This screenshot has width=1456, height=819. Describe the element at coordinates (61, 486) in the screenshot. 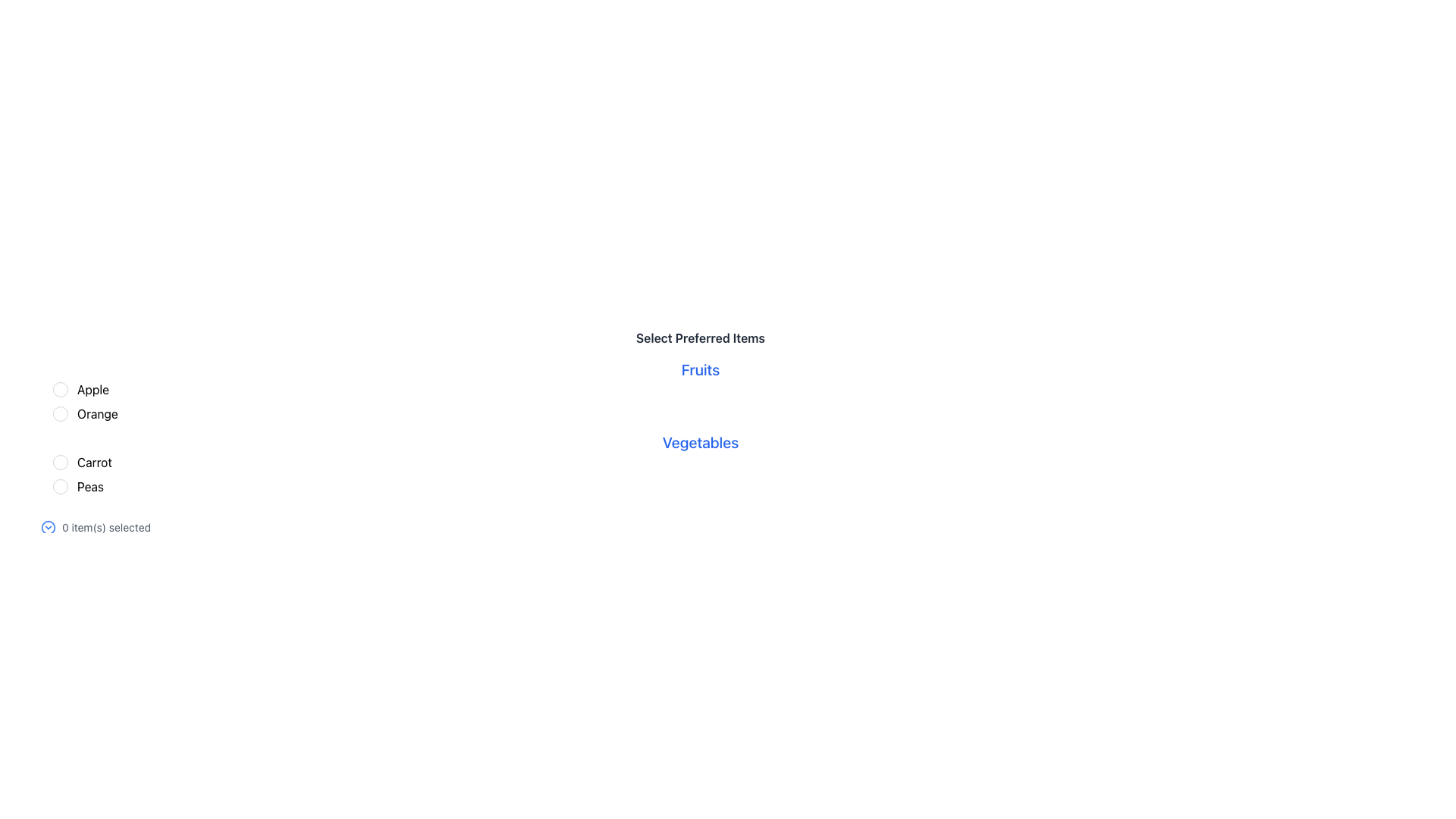

I see `the radio button with a white fill and gray border located to the left of the text 'Peas'` at that location.